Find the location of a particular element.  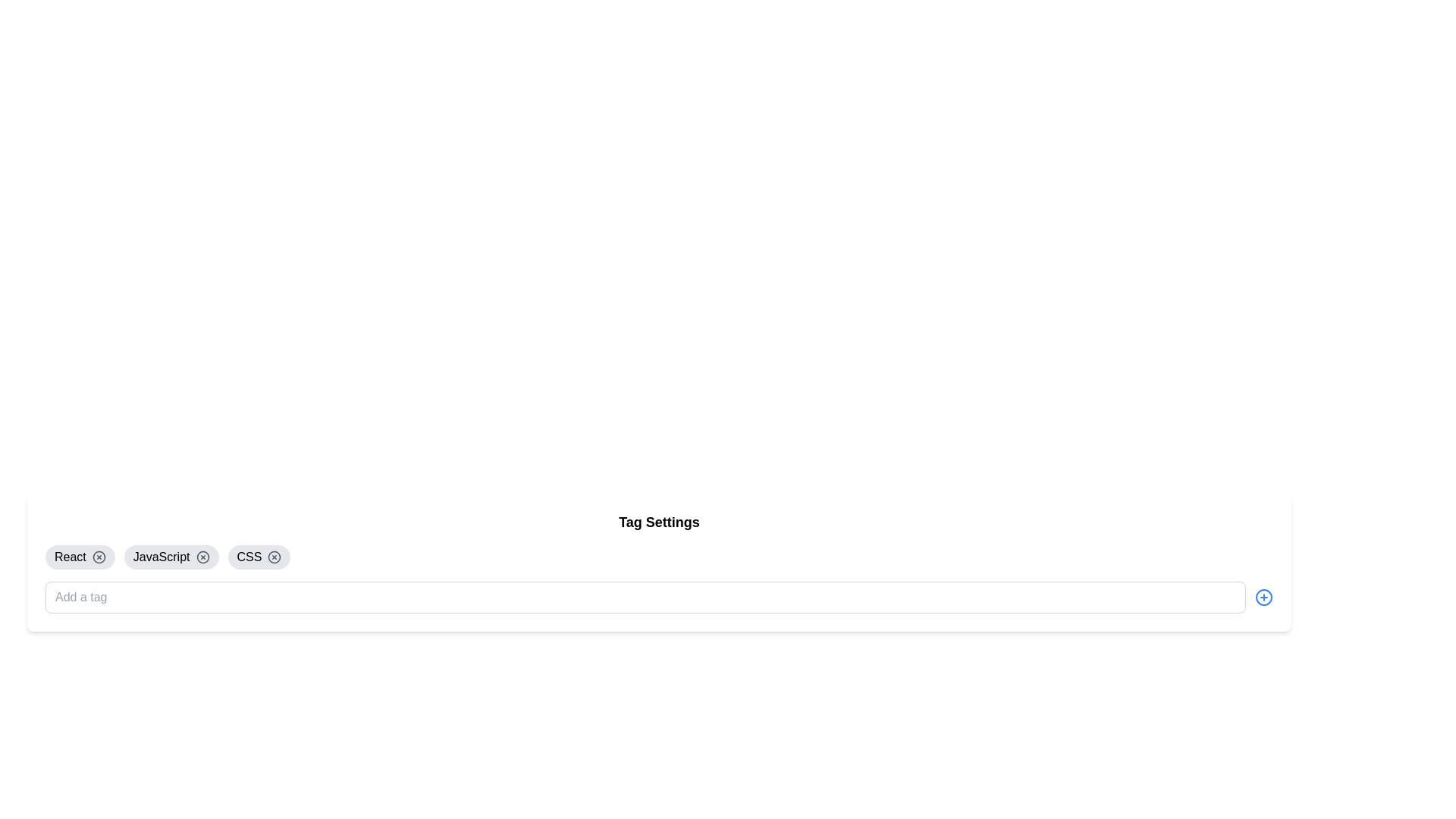

the 'React' text label, which is the leftmost tag in a horizontal row of tags is located at coordinates (69, 557).